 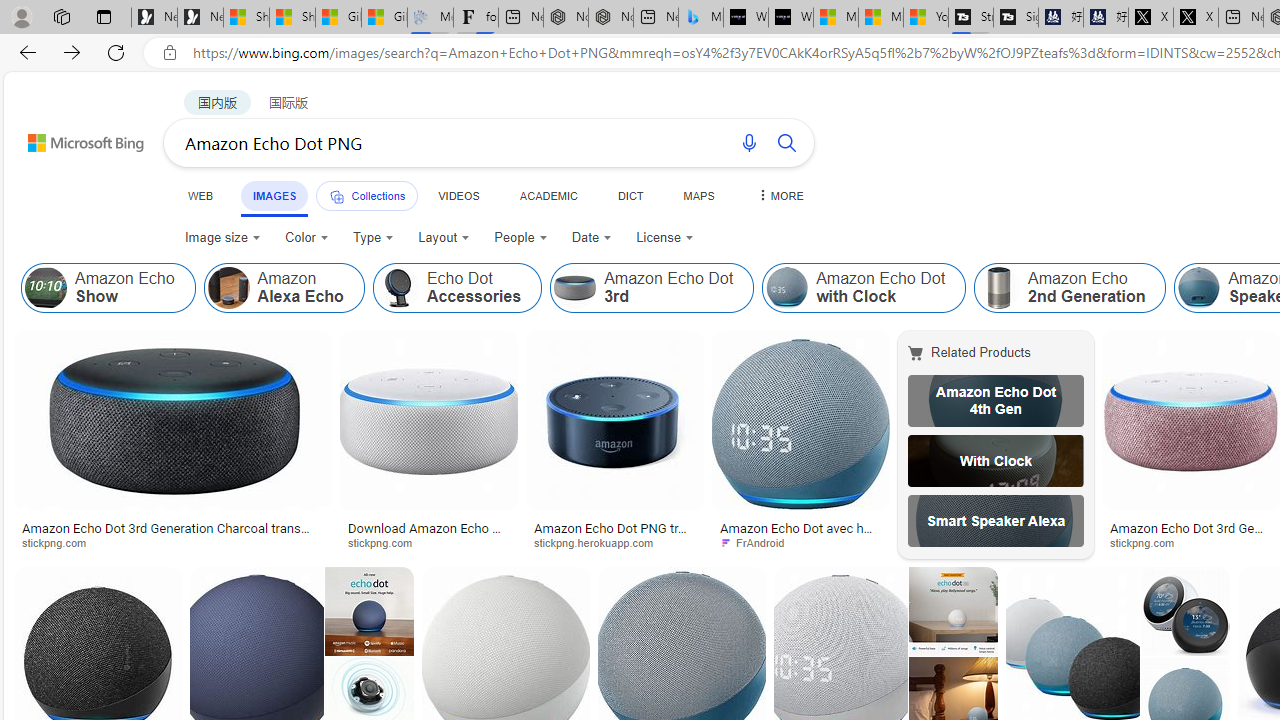 I want to click on 'Smart Speaker Alexa Echo Dot', so click(x=995, y=520).